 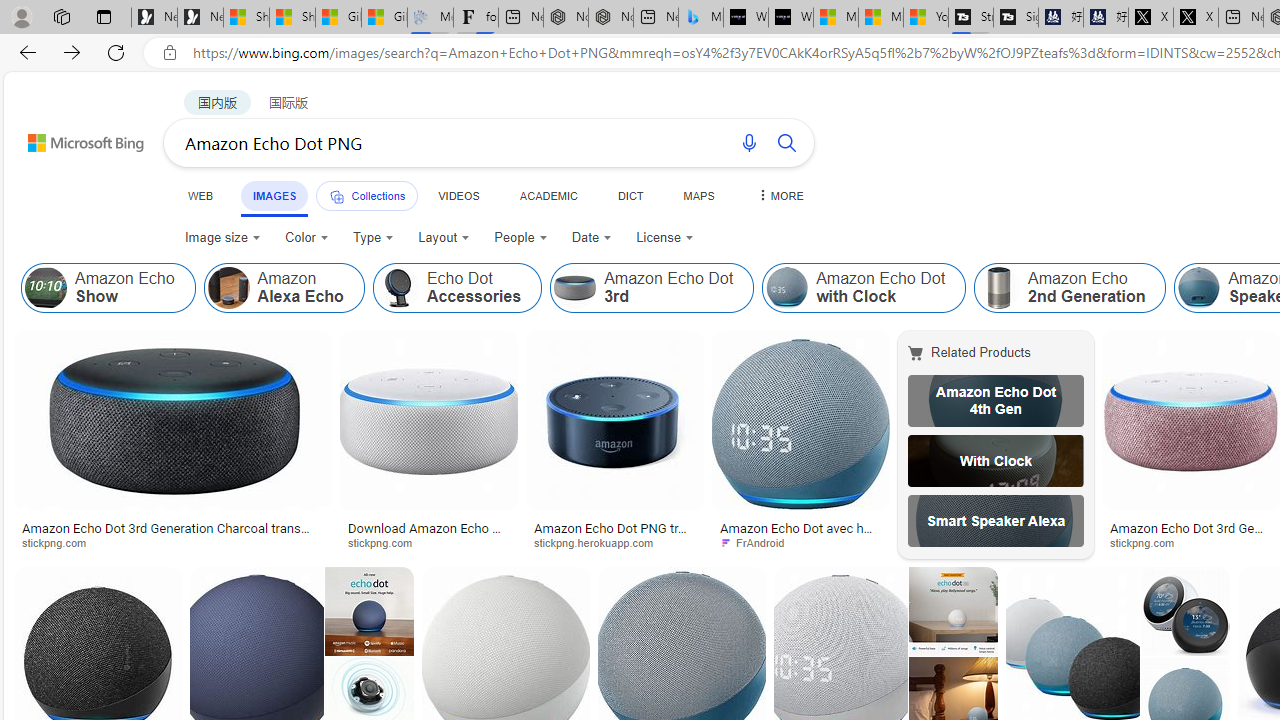 I want to click on 'Smart Speaker Alexa Echo Dot', so click(x=995, y=520).